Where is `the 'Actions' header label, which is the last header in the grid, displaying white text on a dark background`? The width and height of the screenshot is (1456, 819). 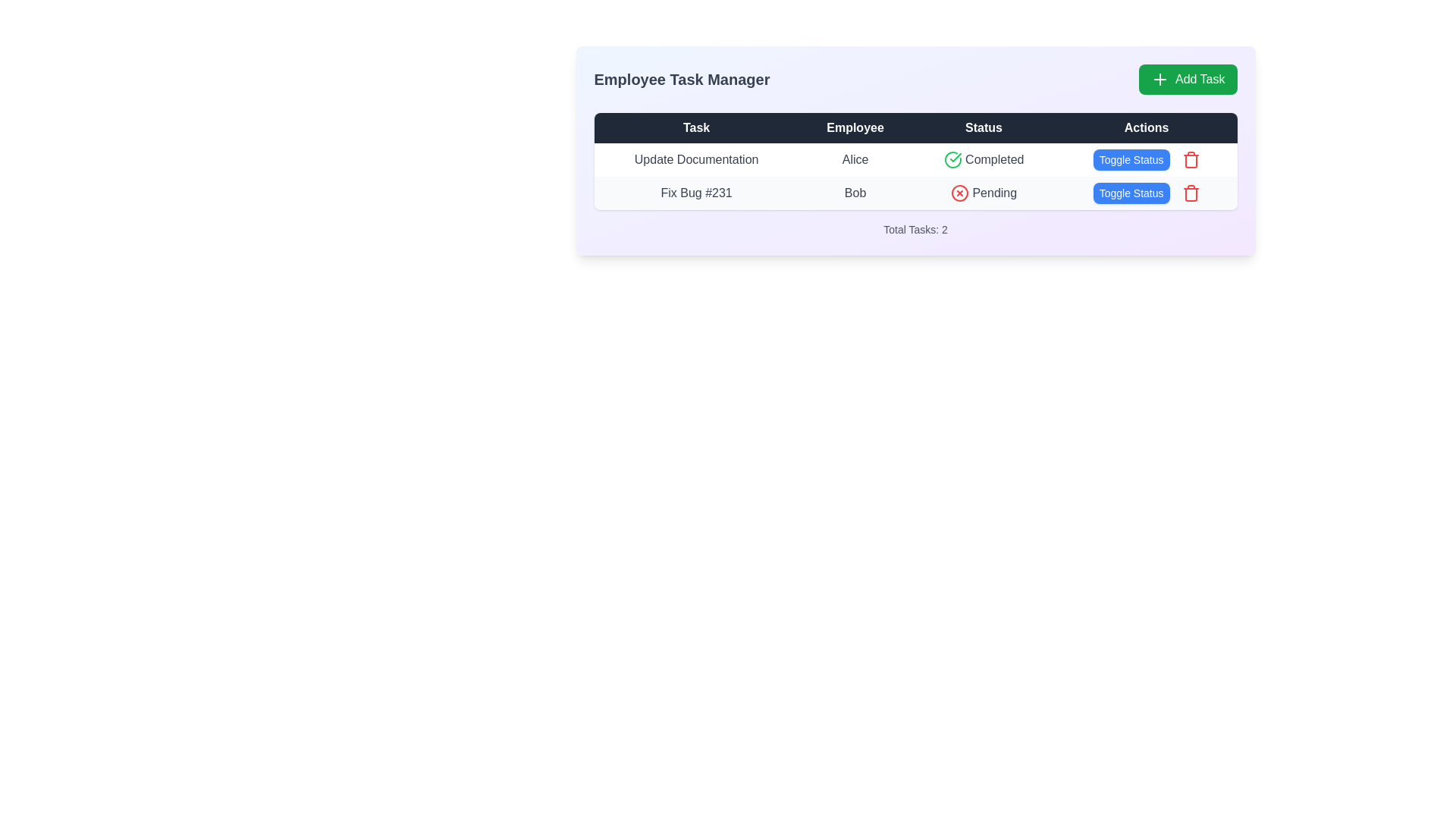
the 'Actions' header label, which is the last header in the grid, displaying white text on a dark background is located at coordinates (1147, 127).